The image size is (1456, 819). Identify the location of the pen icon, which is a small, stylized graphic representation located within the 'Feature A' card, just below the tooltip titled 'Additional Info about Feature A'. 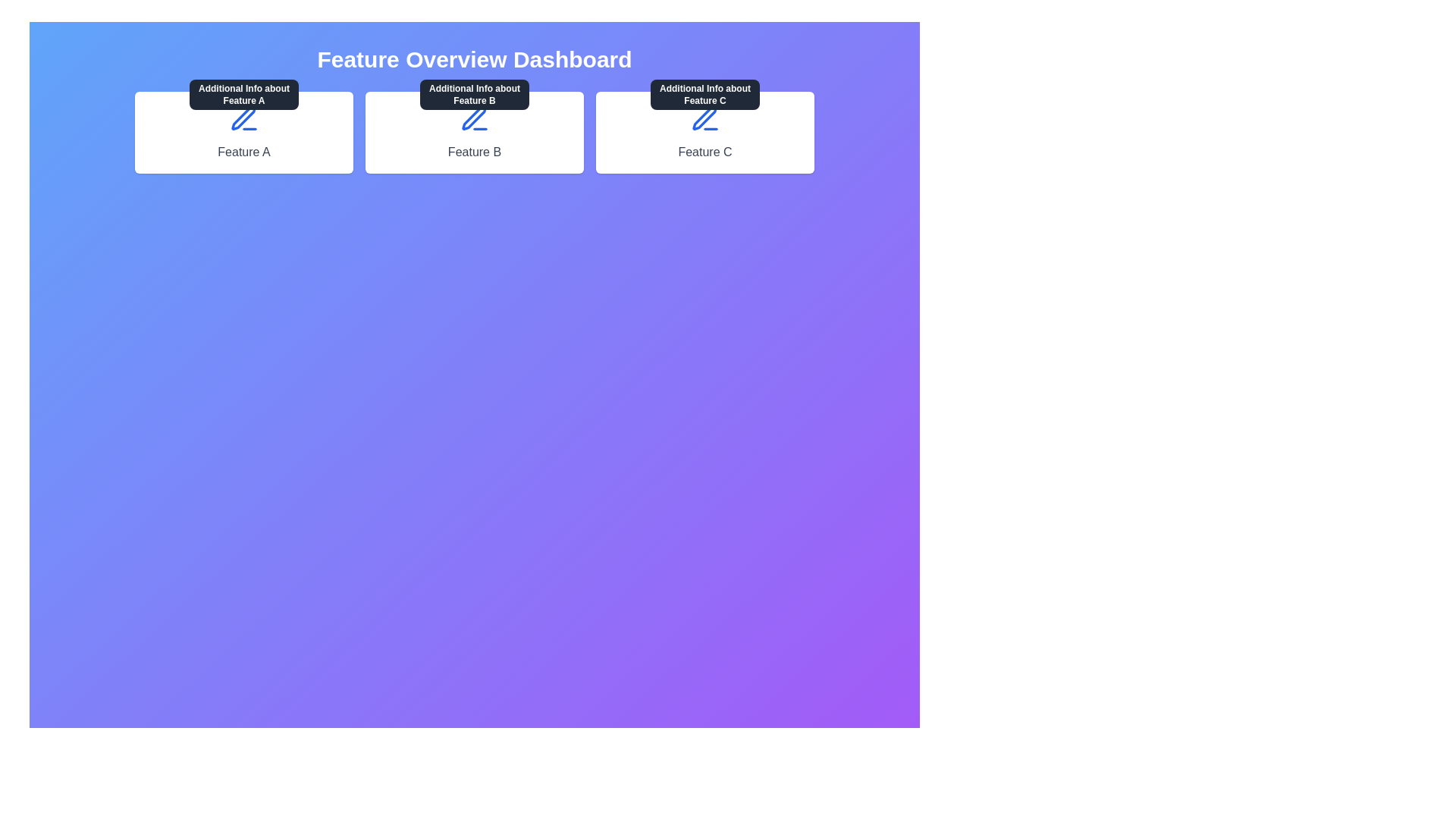
(243, 118).